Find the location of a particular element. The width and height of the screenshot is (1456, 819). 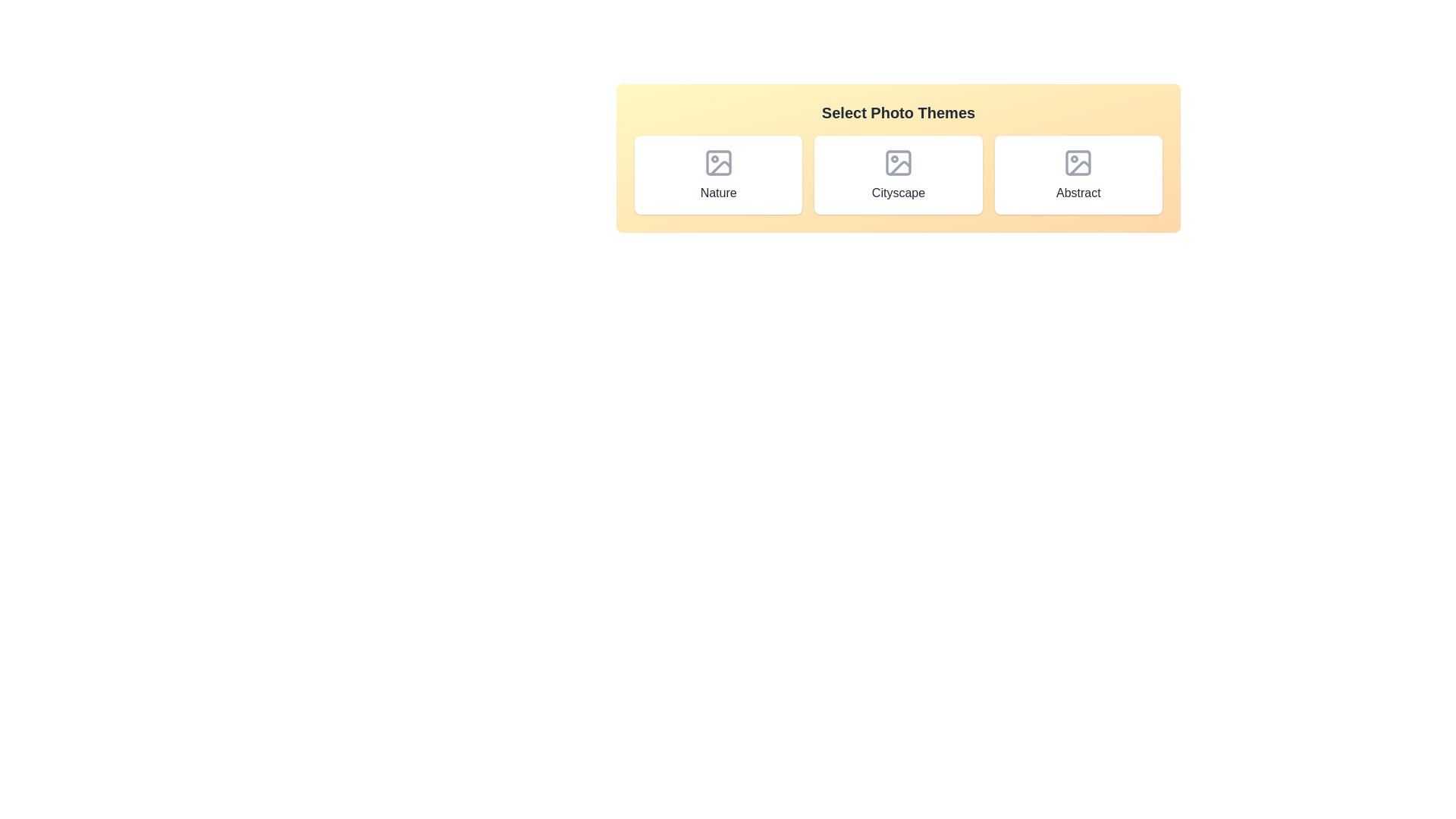

the chip labeled Abstract is located at coordinates (1078, 174).